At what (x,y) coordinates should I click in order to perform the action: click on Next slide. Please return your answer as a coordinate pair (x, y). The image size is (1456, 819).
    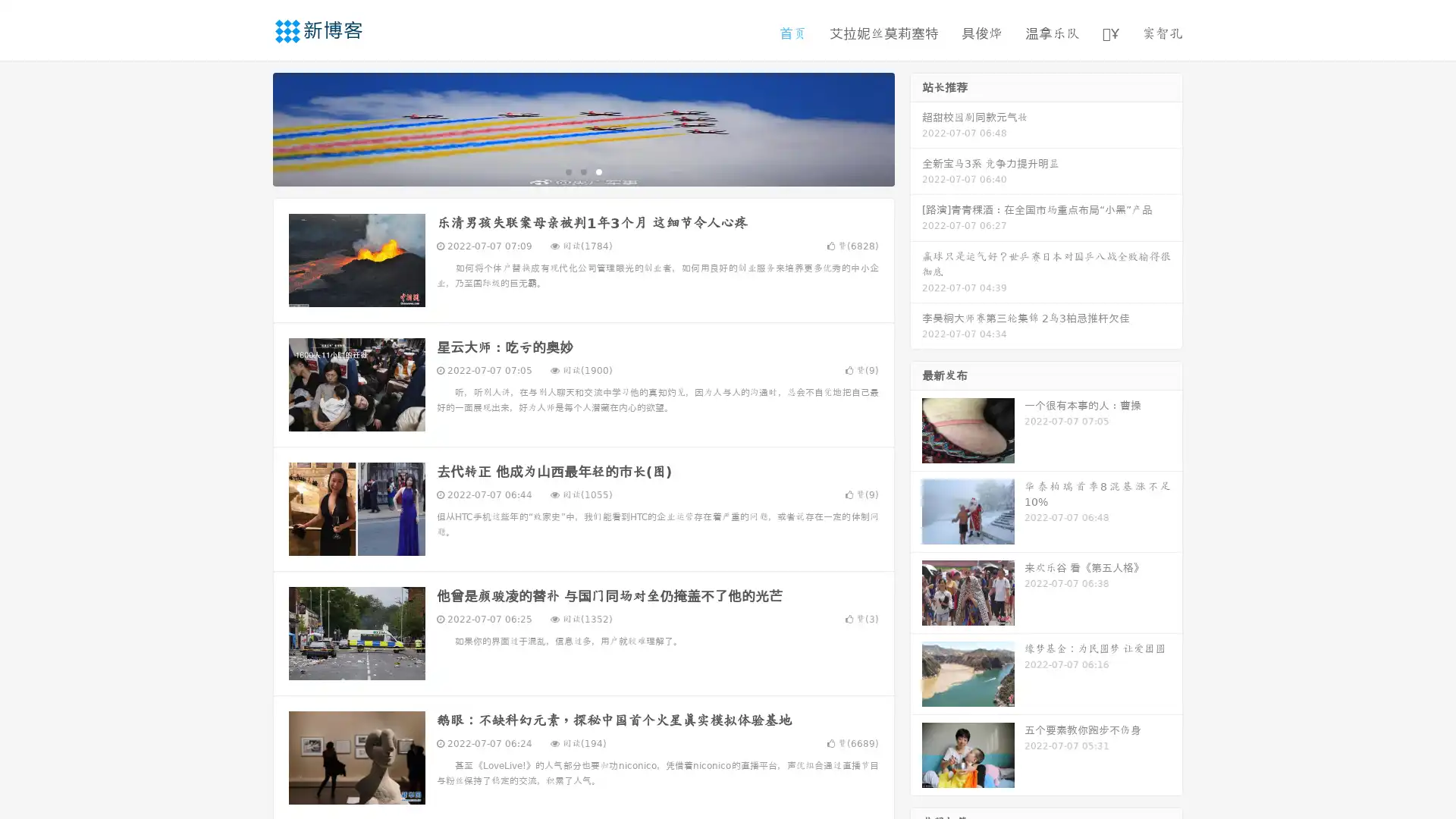
    Looking at the image, I should click on (916, 127).